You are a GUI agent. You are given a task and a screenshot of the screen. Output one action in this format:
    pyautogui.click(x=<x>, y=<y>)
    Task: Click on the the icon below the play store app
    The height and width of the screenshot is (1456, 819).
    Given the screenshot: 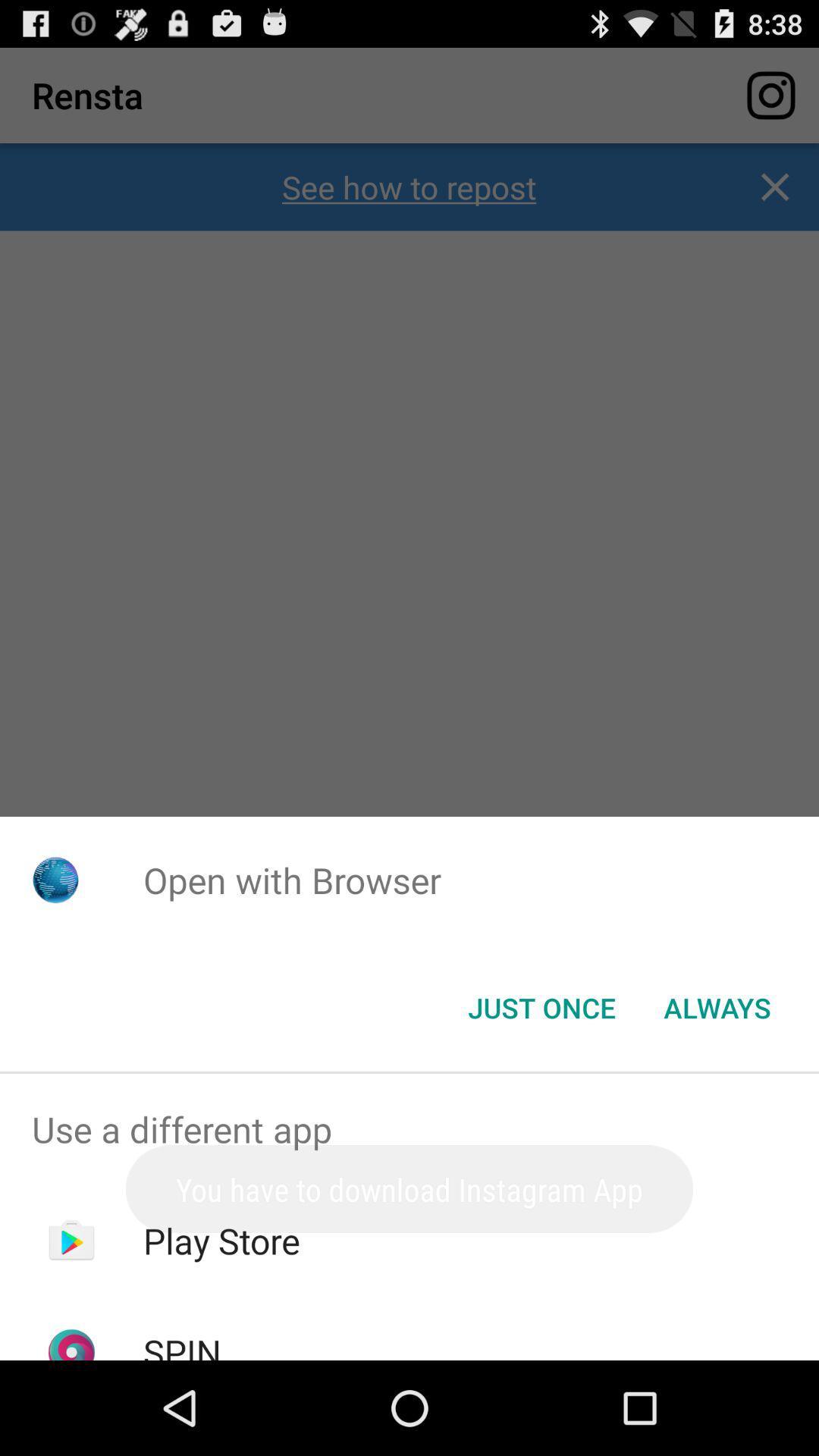 What is the action you would take?
    pyautogui.click(x=181, y=1344)
    